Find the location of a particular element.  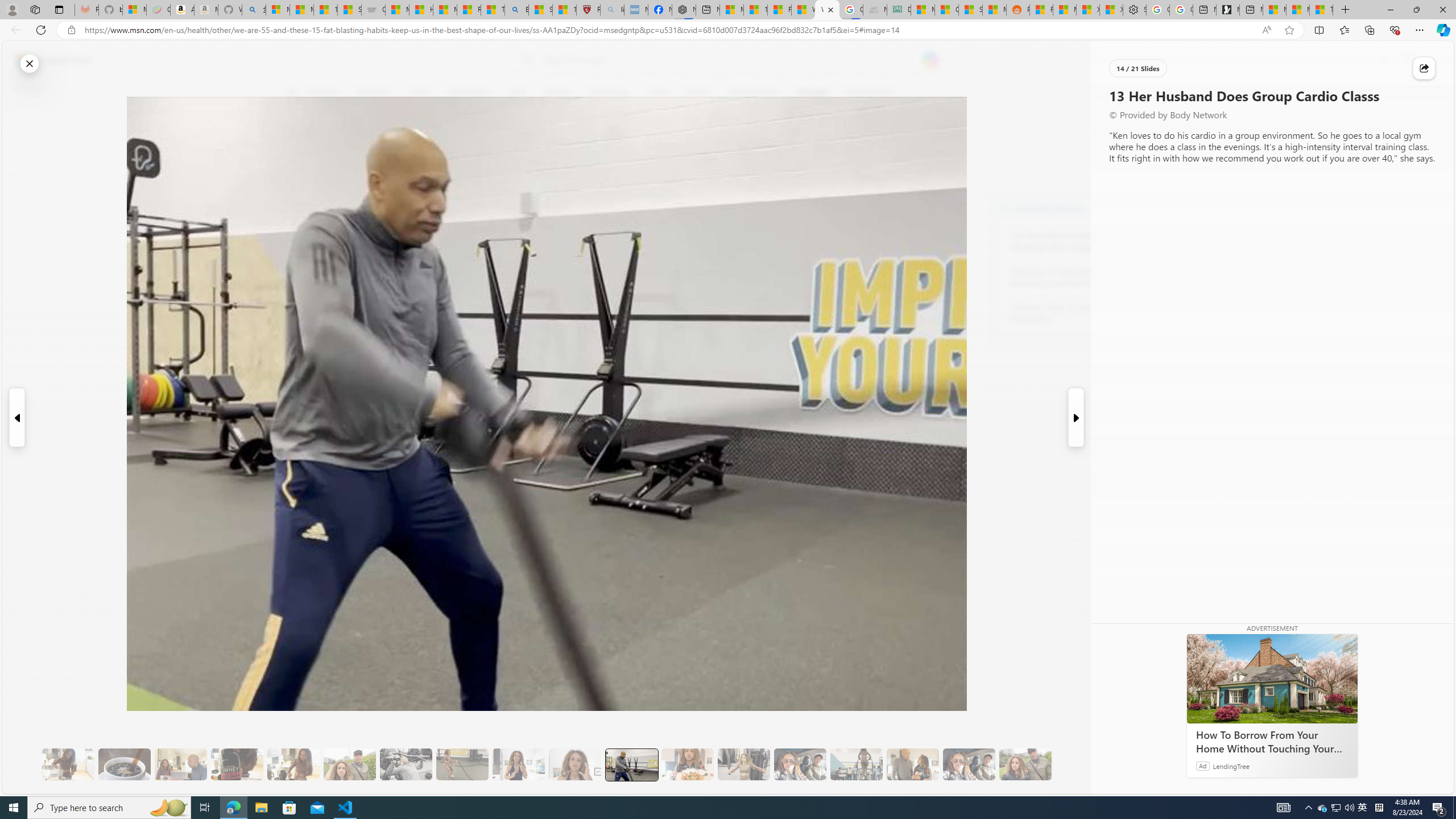

'19 It Also Simplifies Thiings' is located at coordinates (969, 764).